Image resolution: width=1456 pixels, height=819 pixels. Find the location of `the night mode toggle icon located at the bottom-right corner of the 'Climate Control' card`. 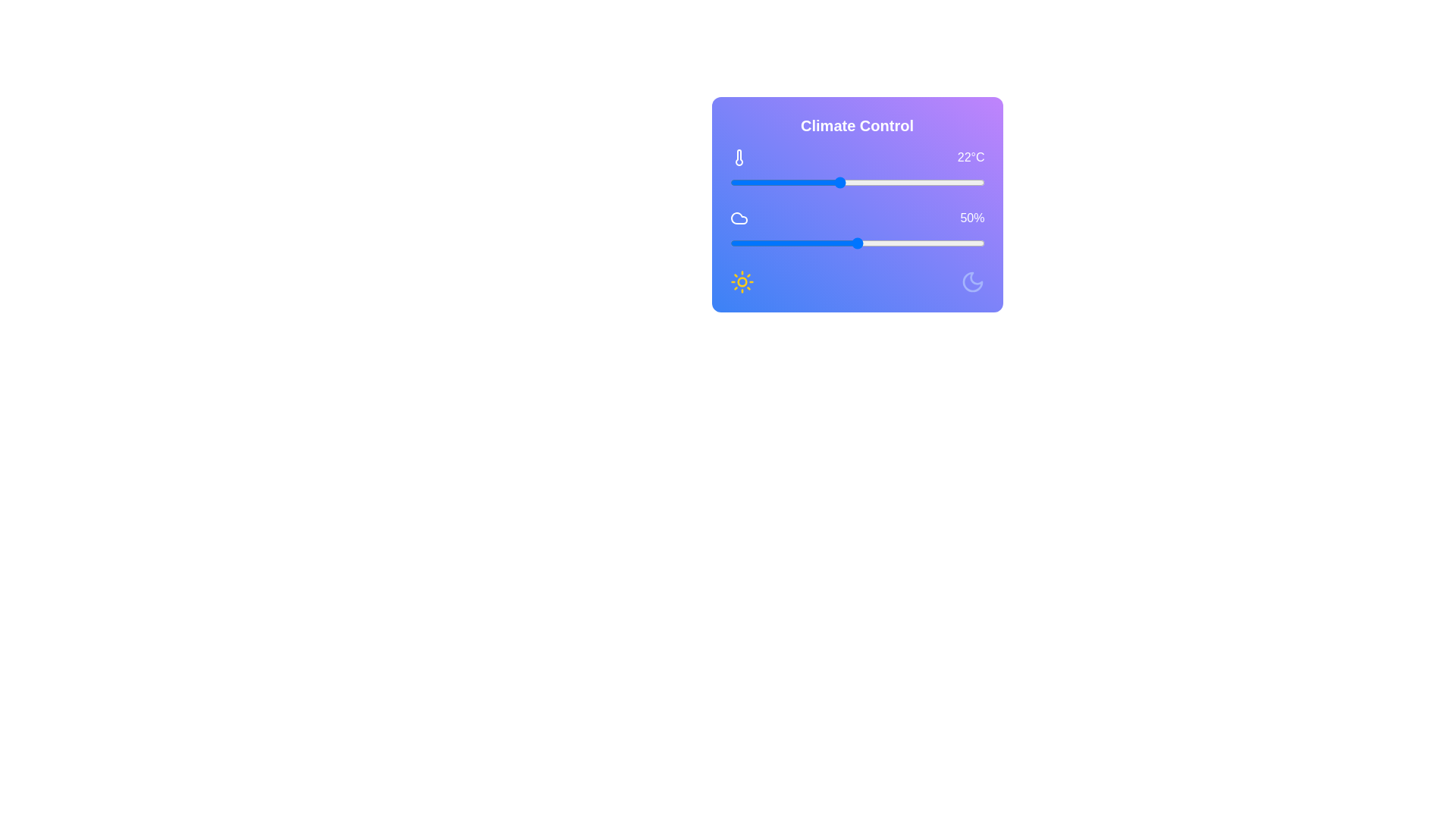

the night mode toggle icon located at the bottom-right corner of the 'Climate Control' card is located at coordinates (972, 281).